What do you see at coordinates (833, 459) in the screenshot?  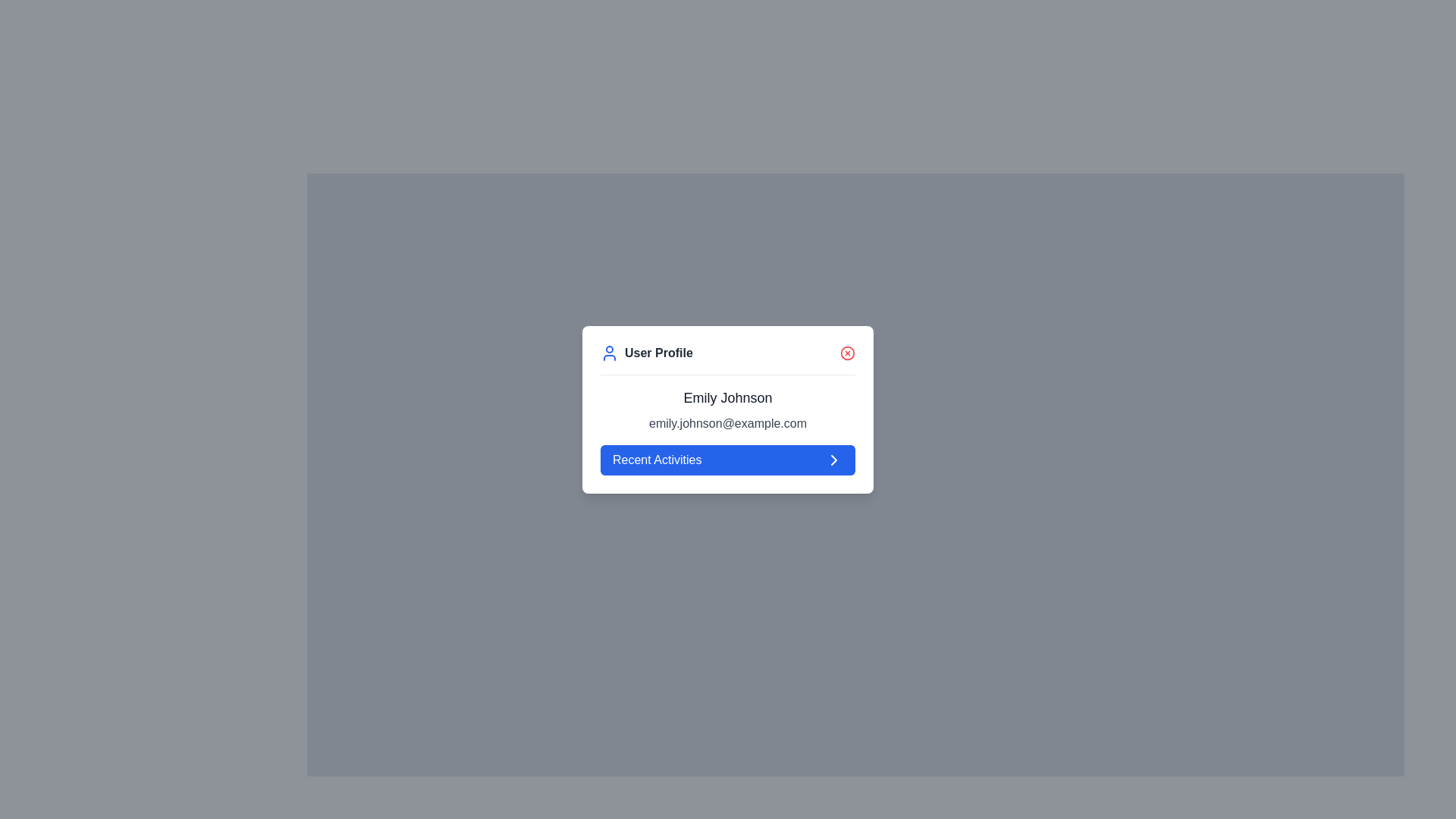 I see `the rightward-pointing arrowhead icon inside the button-like component in the 'Recent Activities' section` at bounding box center [833, 459].